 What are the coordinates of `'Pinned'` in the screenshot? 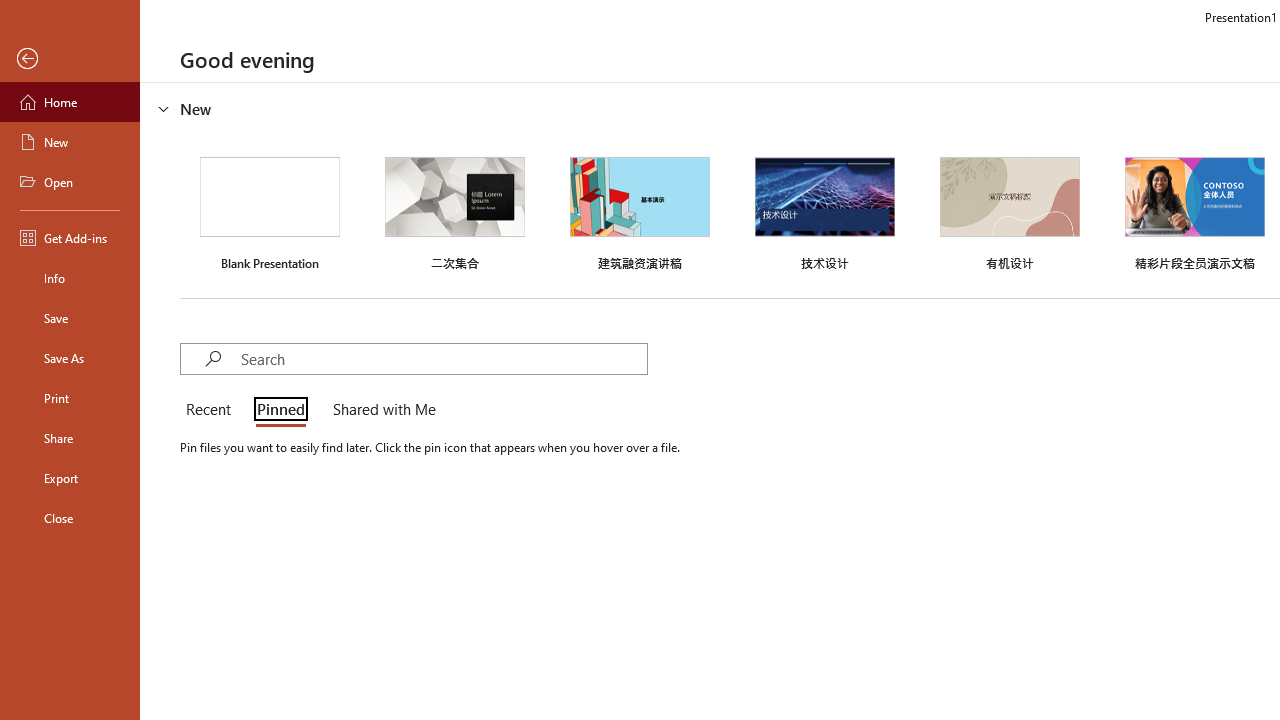 It's located at (279, 410).